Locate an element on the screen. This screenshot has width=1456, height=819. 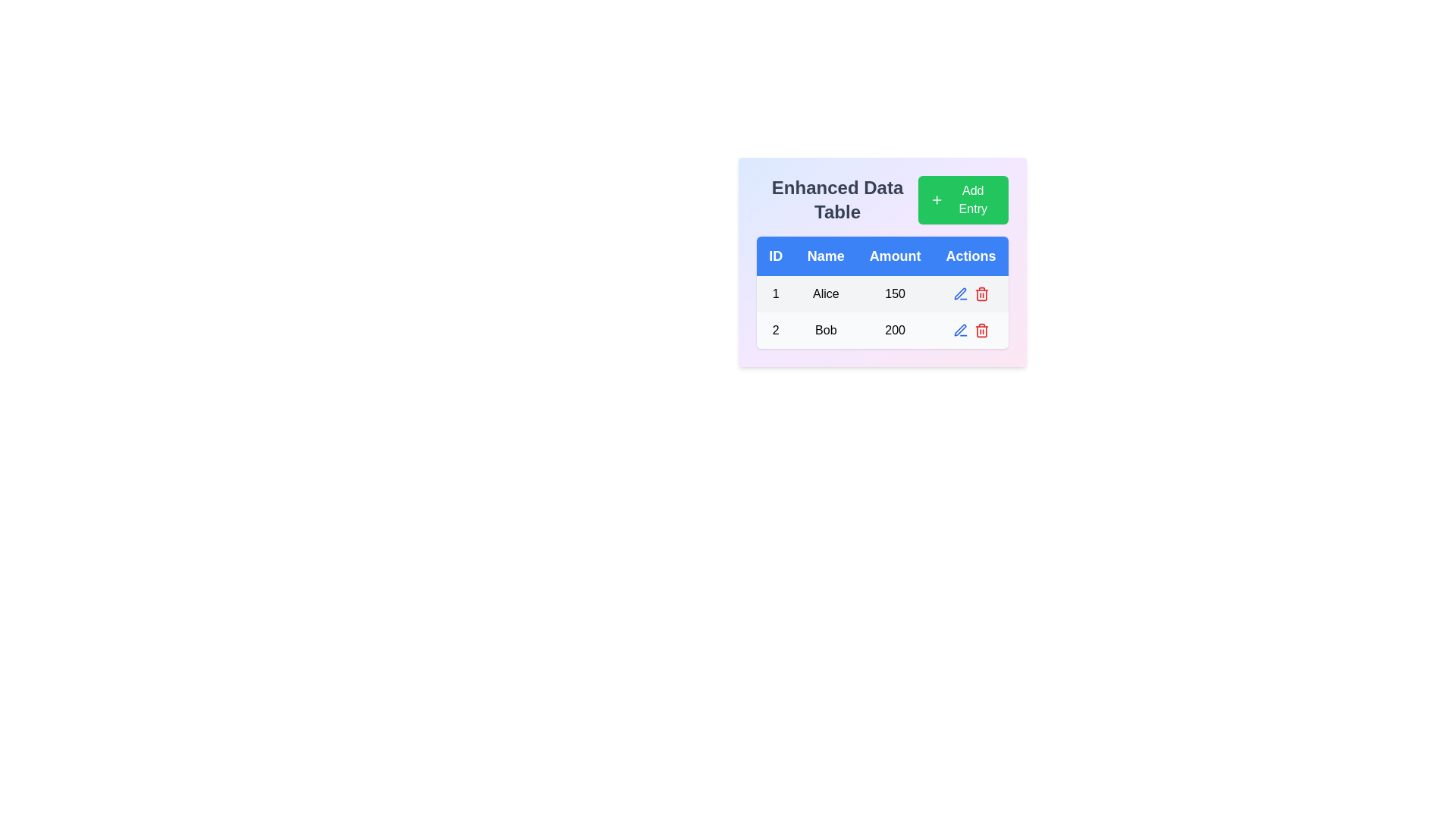
'Enhanced Data Table' title, which is displayed in bold and large font at the top-left corner of the header section above the data table is located at coordinates (882, 199).